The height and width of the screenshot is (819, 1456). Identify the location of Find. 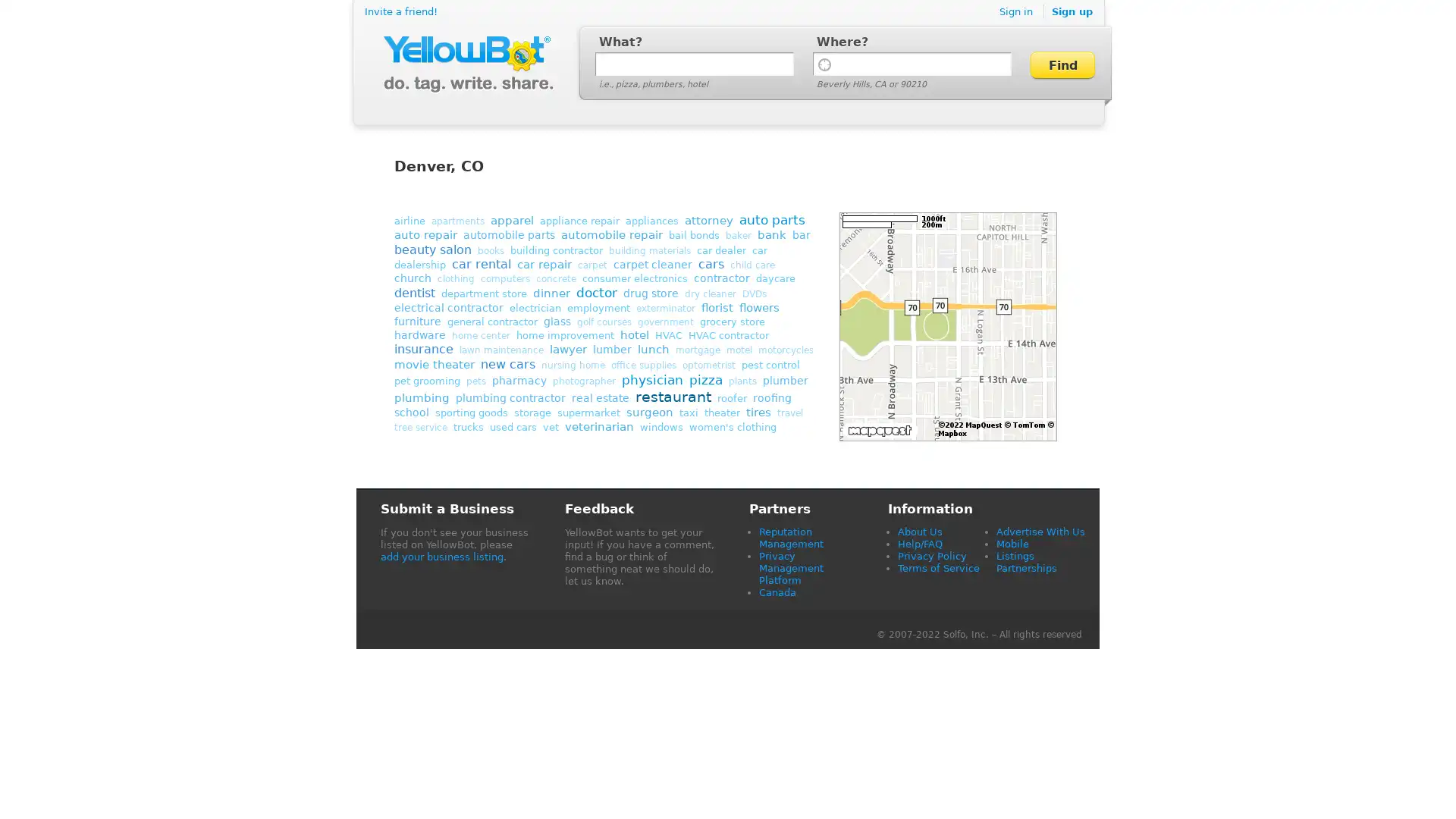
(1062, 64).